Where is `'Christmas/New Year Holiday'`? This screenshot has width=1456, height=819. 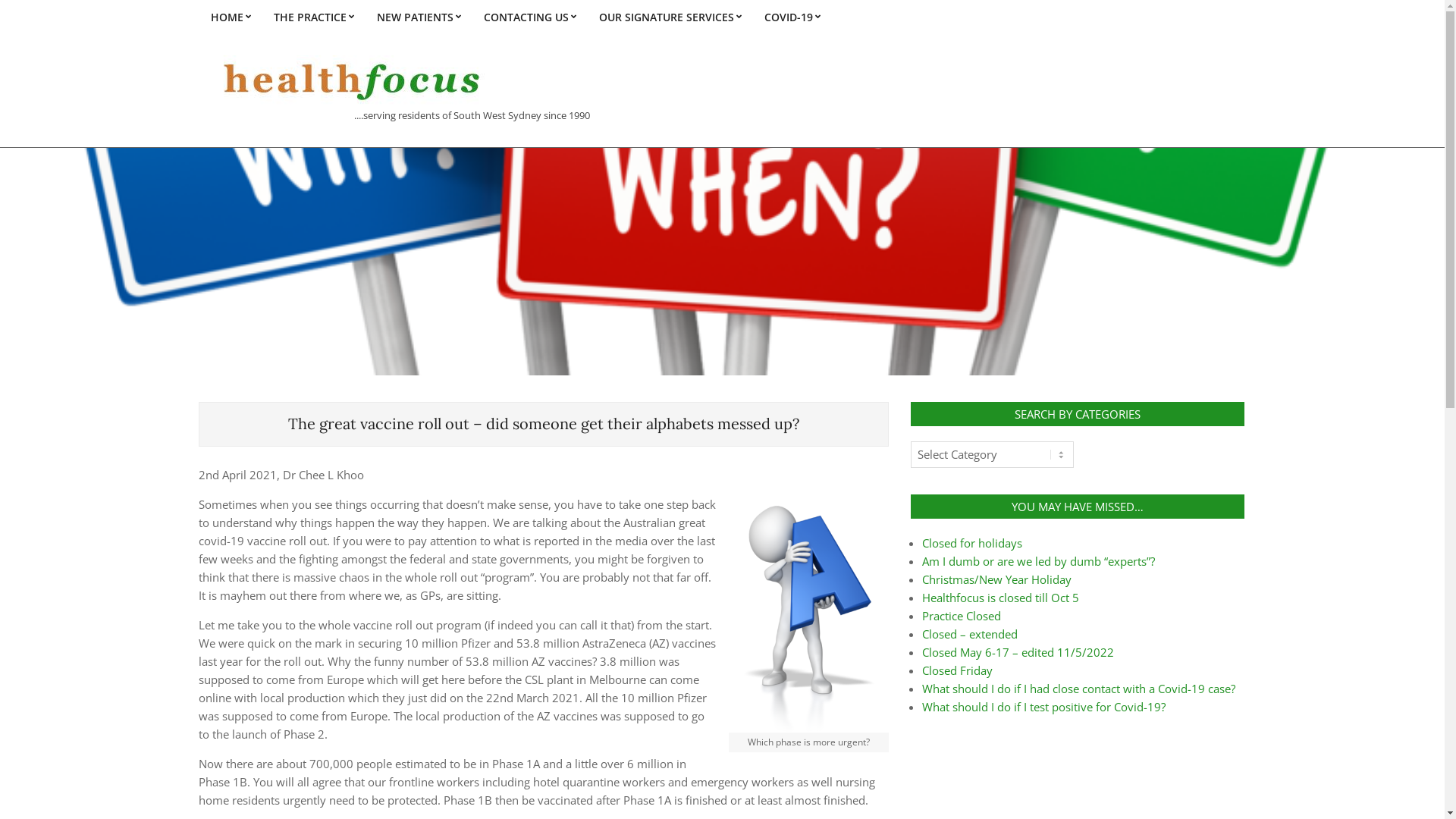 'Christmas/New Year Holiday' is located at coordinates (996, 579).